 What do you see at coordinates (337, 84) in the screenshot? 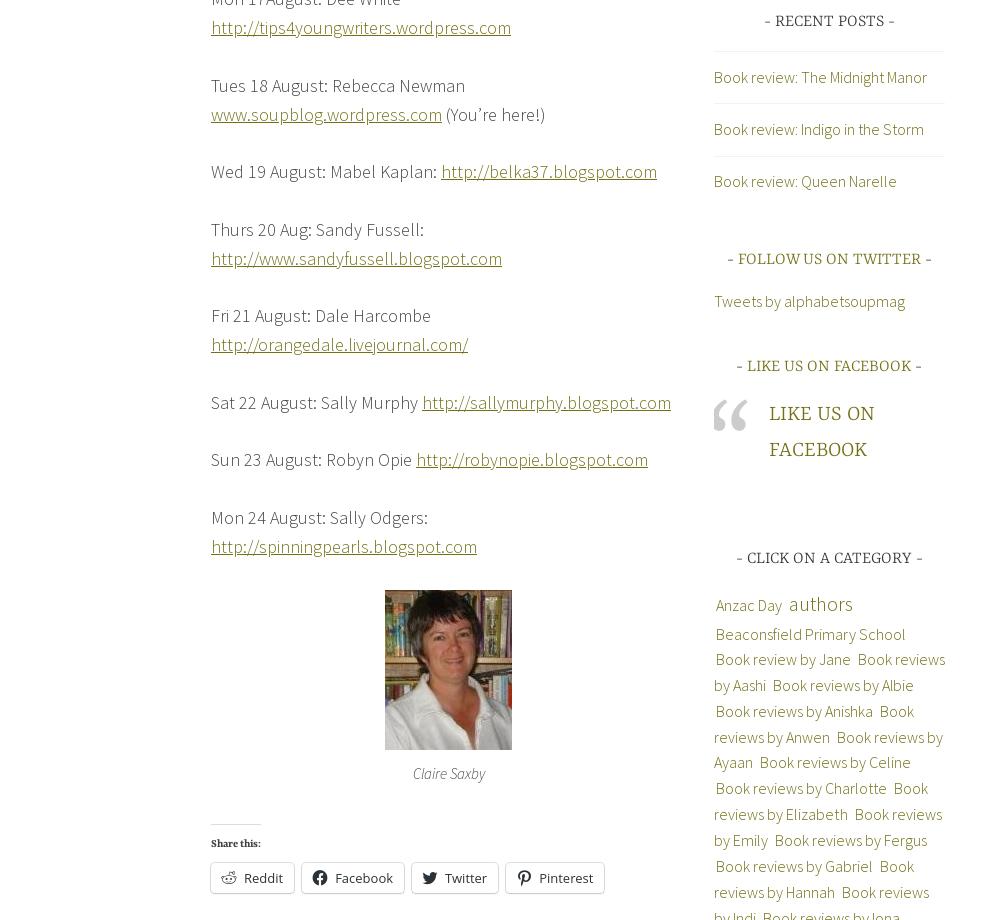
I see `'Tues 18 August: Rebecca Newman'` at bounding box center [337, 84].